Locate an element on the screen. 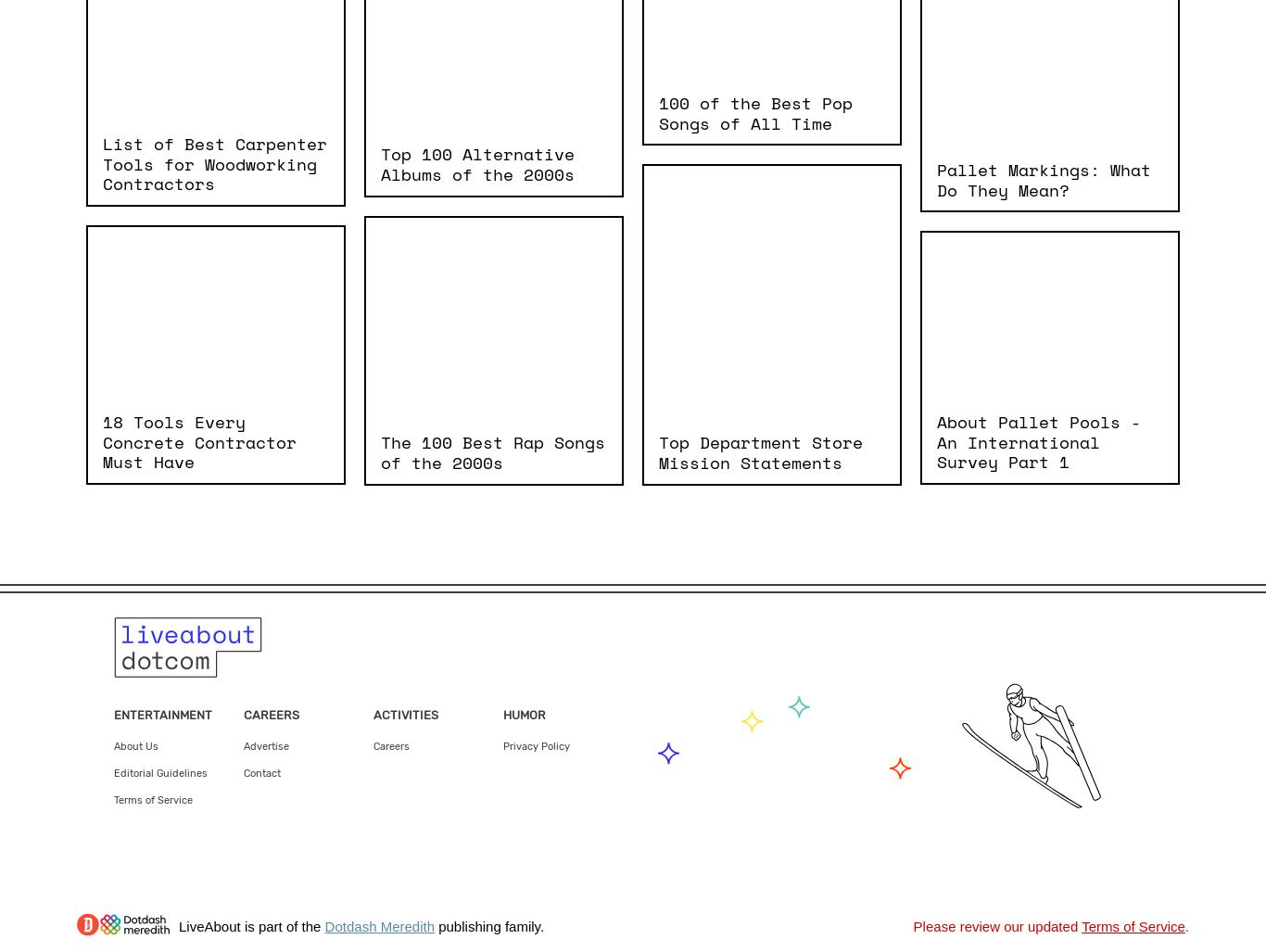 Image resolution: width=1266 pixels, height=952 pixels. 'Top Department Store Mission Statements' is located at coordinates (759, 451).